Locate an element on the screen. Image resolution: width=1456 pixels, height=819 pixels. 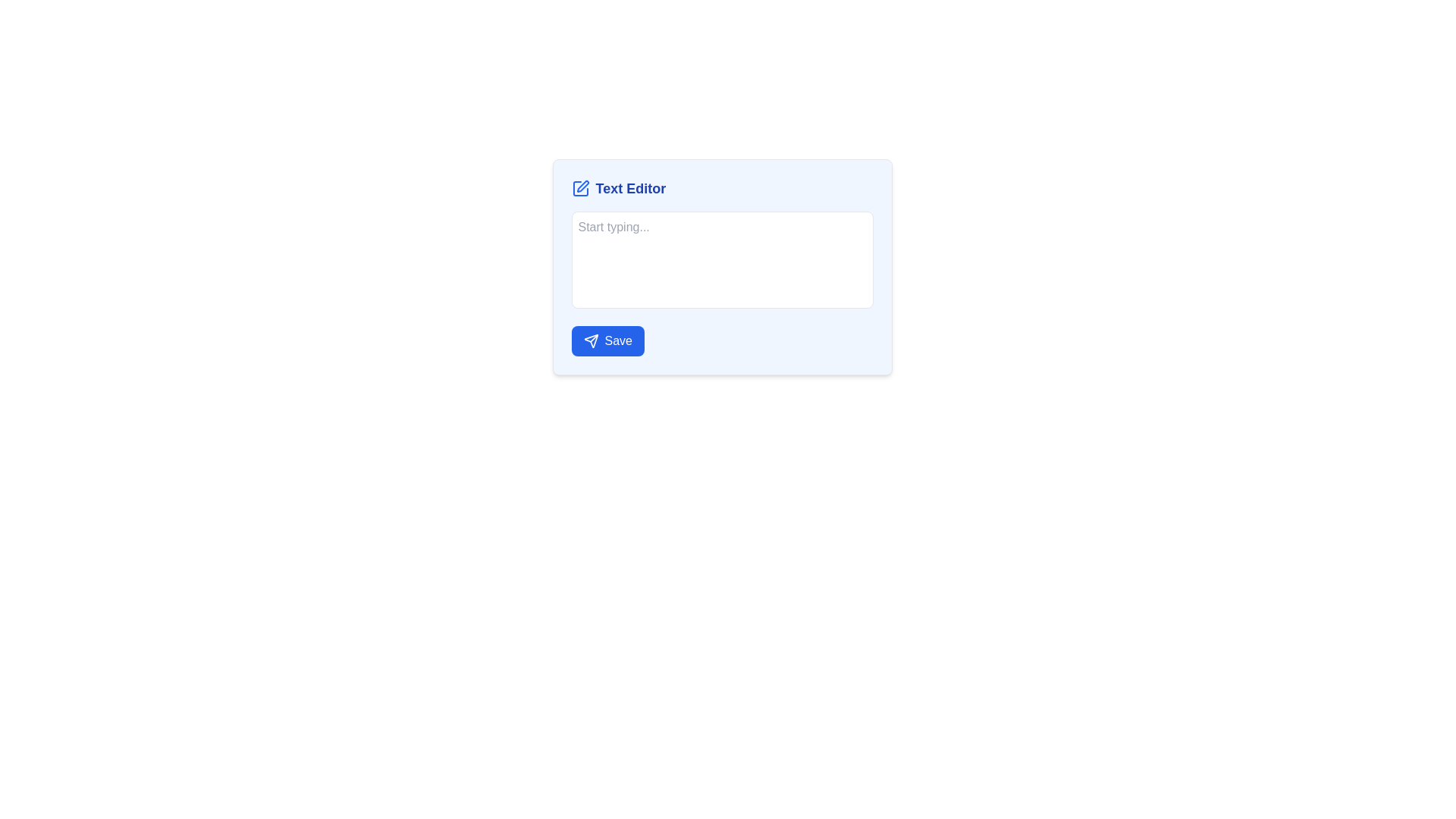
the static text label reading 'Text Editor' which is styled in bold blue font and located near the top-left side of the card-like interface, positioned after the editing icon is located at coordinates (630, 188).